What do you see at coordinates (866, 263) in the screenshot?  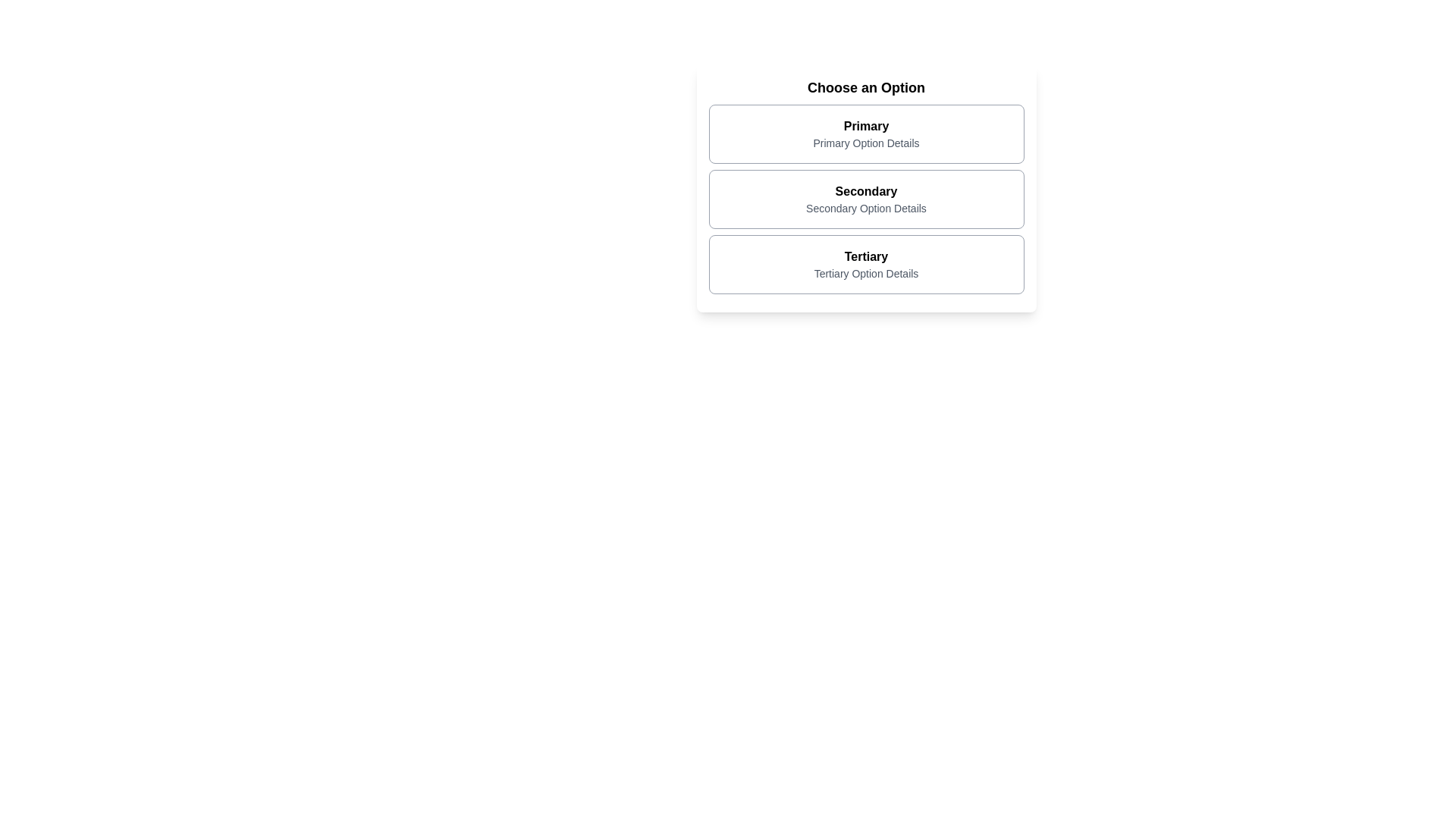 I see `the 'Tertiary' clickable card option located below the 'Secondary' option in the 'Choose an Option' section` at bounding box center [866, 263].